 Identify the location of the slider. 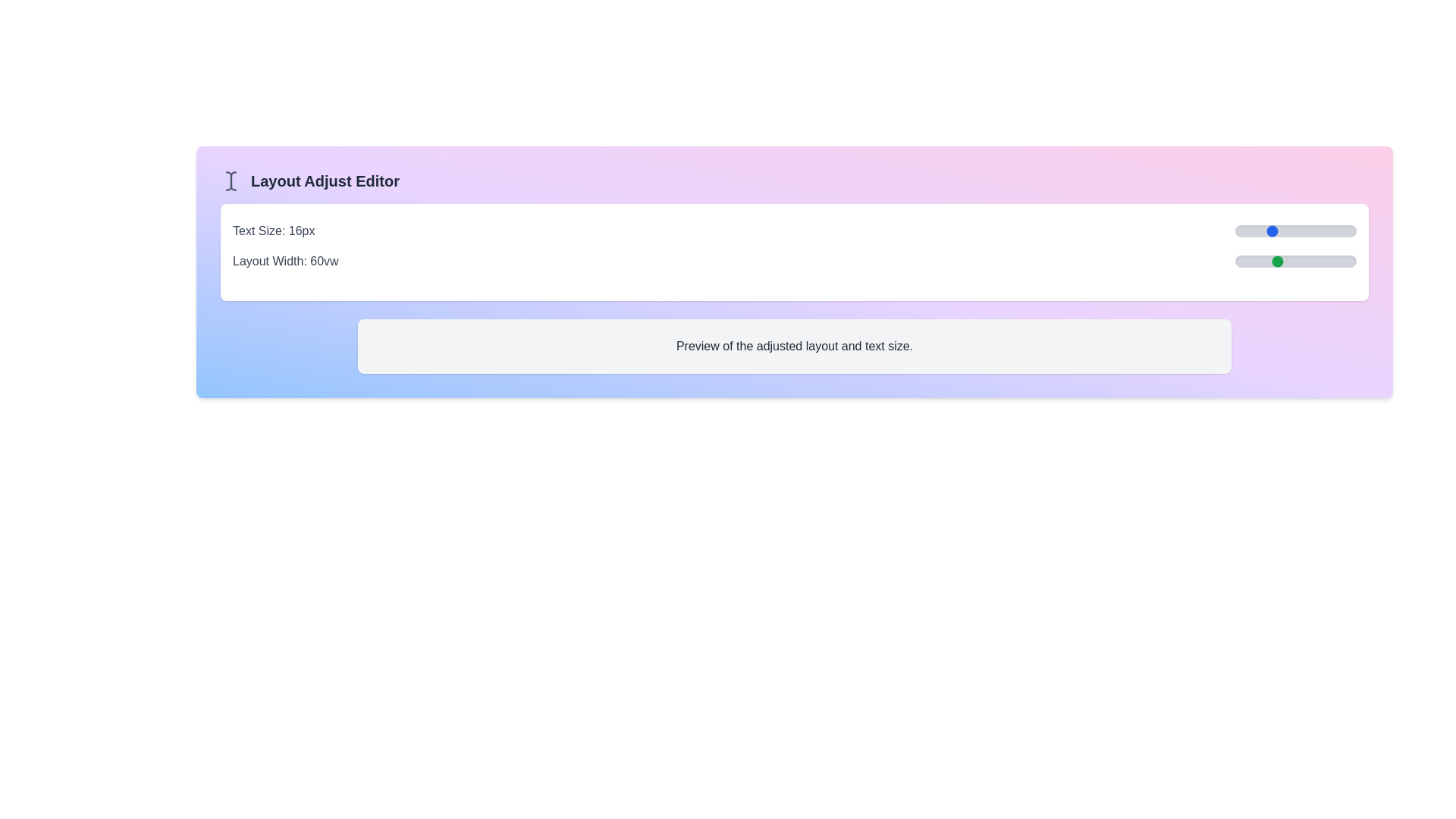
(1283, 260).